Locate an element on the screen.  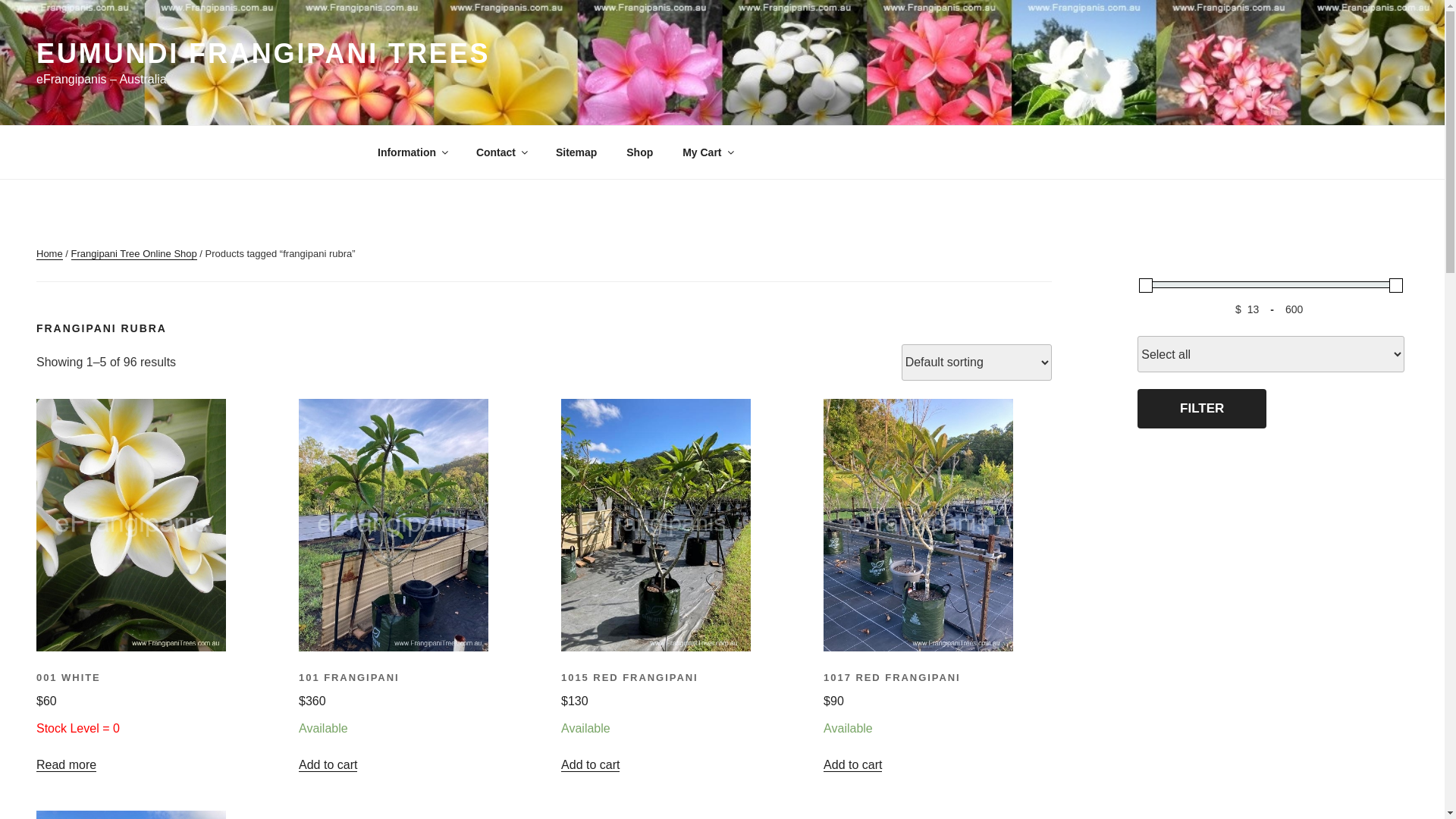
'Add to cart' is located at coordinates (327, 764).